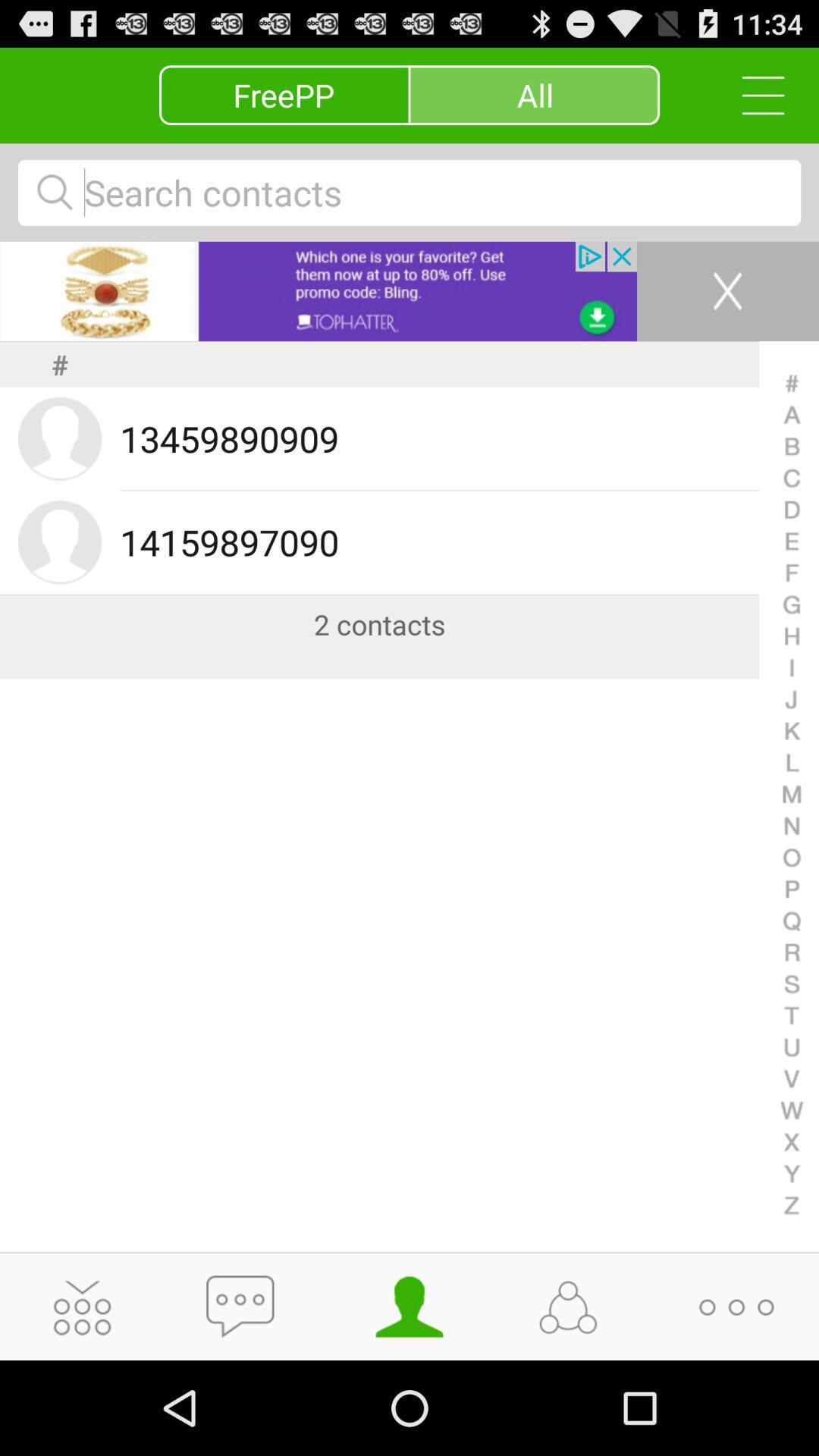  Describe the element at coordinates (244, 1309) in the screenshot. I see `the text icon which is at the bottom of the iamge` at that location.